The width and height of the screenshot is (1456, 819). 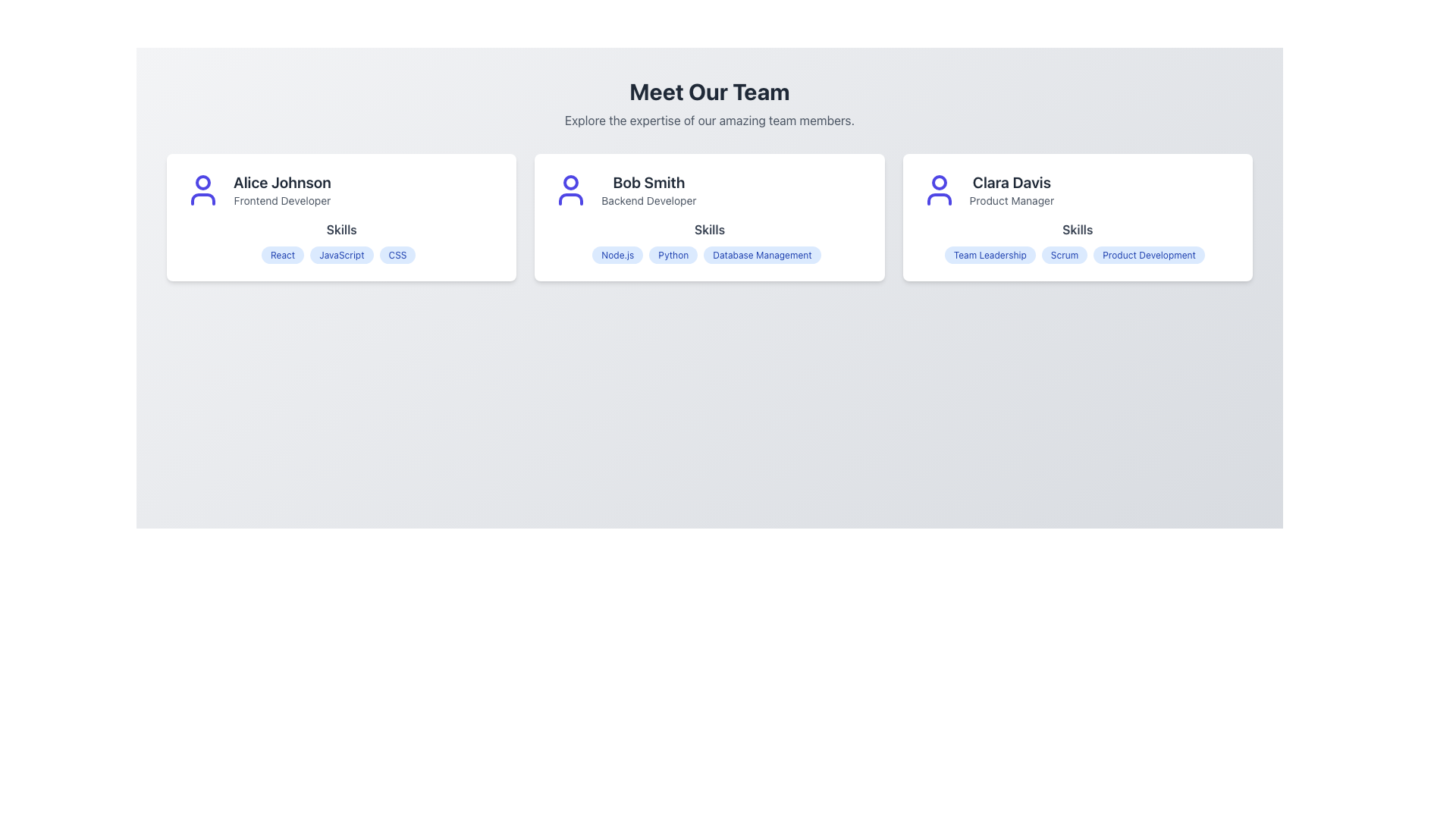 What do you see at coordinates (1012, 200) in the screenshot?
I see `the text label indicating the job title of team member 'Clara Davis', which is positioned below her name and above the 'Skills' label` at bounding box center [1012, 200].